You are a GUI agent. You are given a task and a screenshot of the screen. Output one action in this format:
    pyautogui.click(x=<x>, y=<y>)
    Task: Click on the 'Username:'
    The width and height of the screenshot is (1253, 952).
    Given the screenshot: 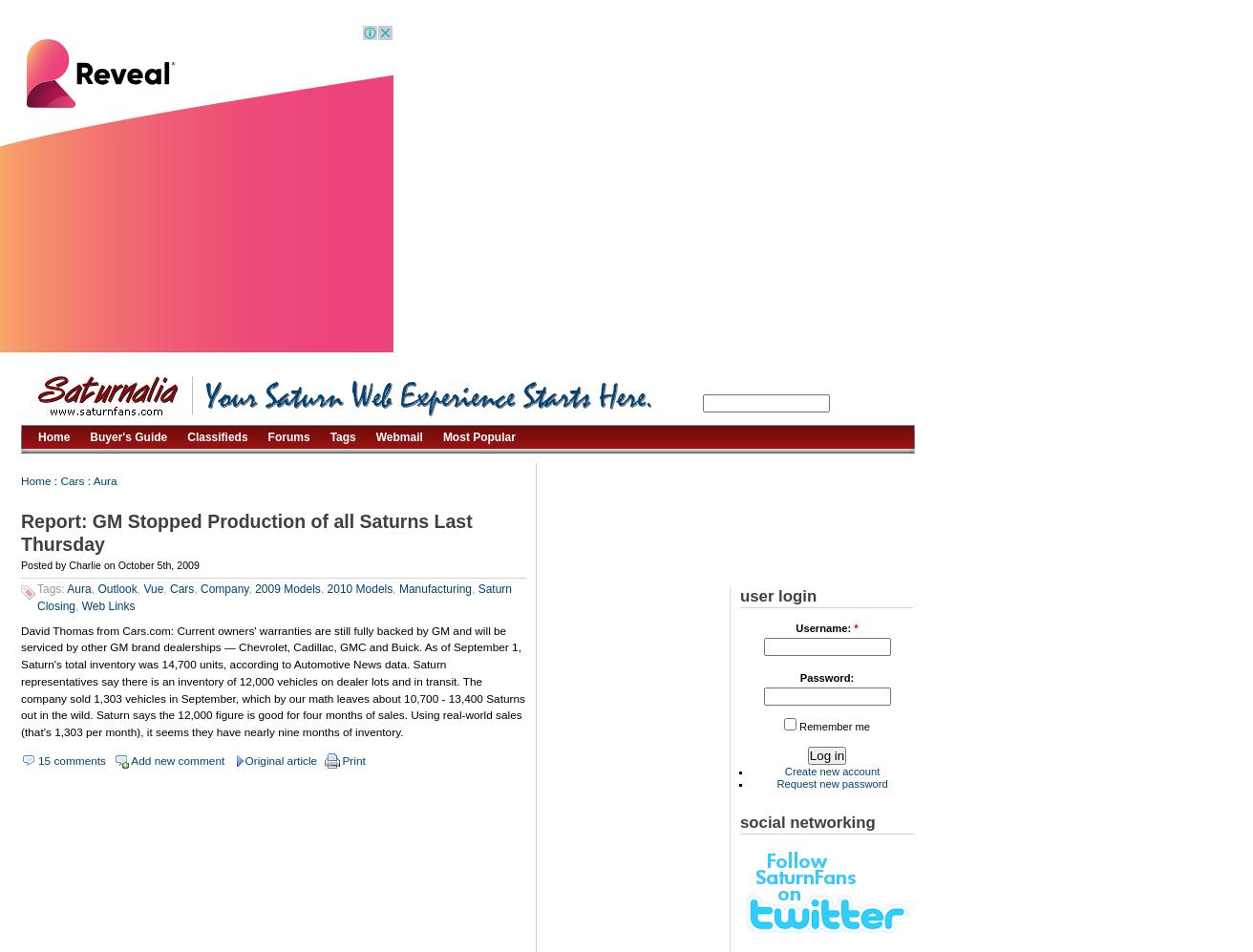 What is the action you would take?
    pyautogui.click(x=794, y=628)
    